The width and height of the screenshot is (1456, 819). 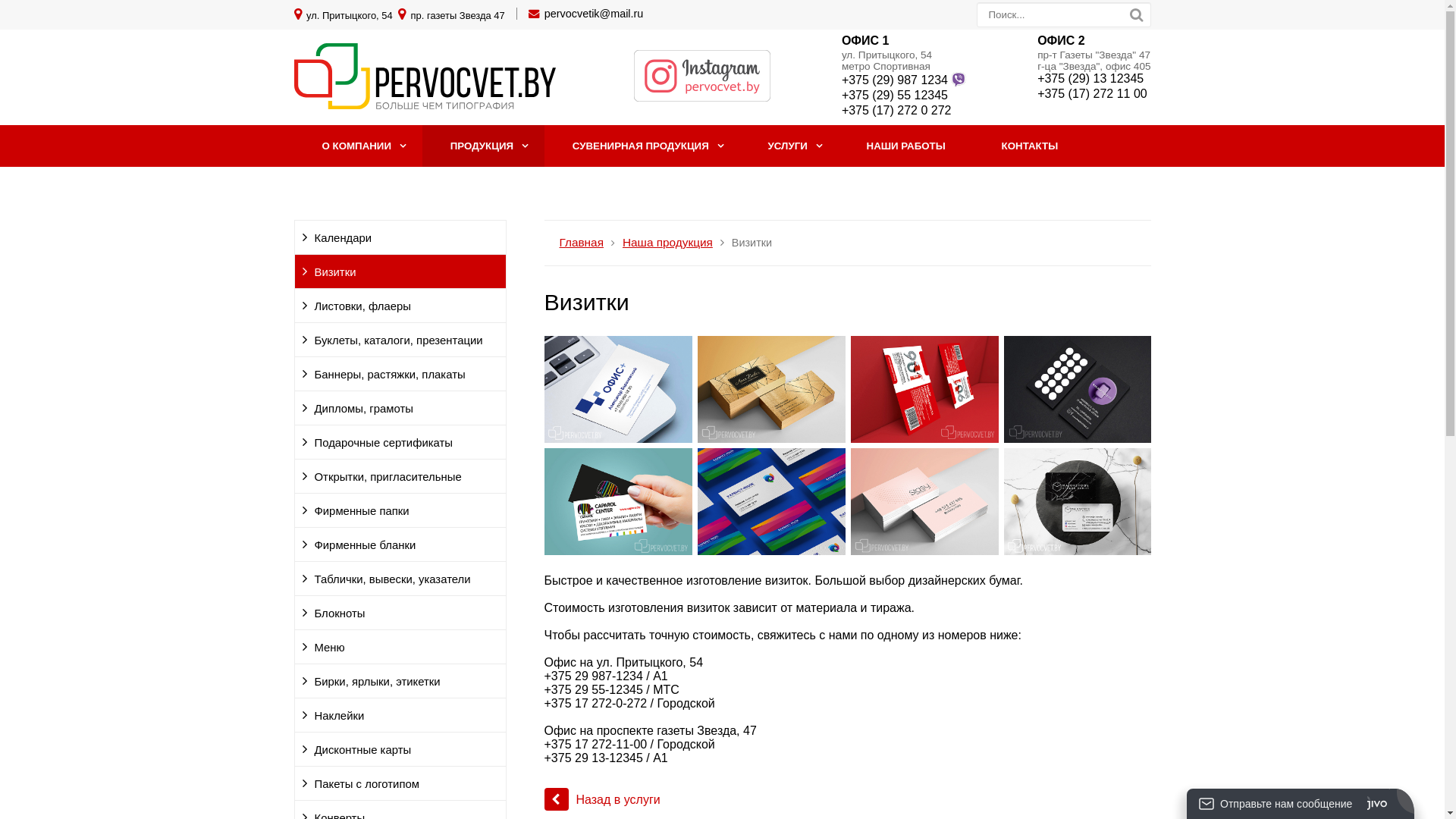 I want to click on '+375 (29) 13 12345', so click(x=1090, y=78).